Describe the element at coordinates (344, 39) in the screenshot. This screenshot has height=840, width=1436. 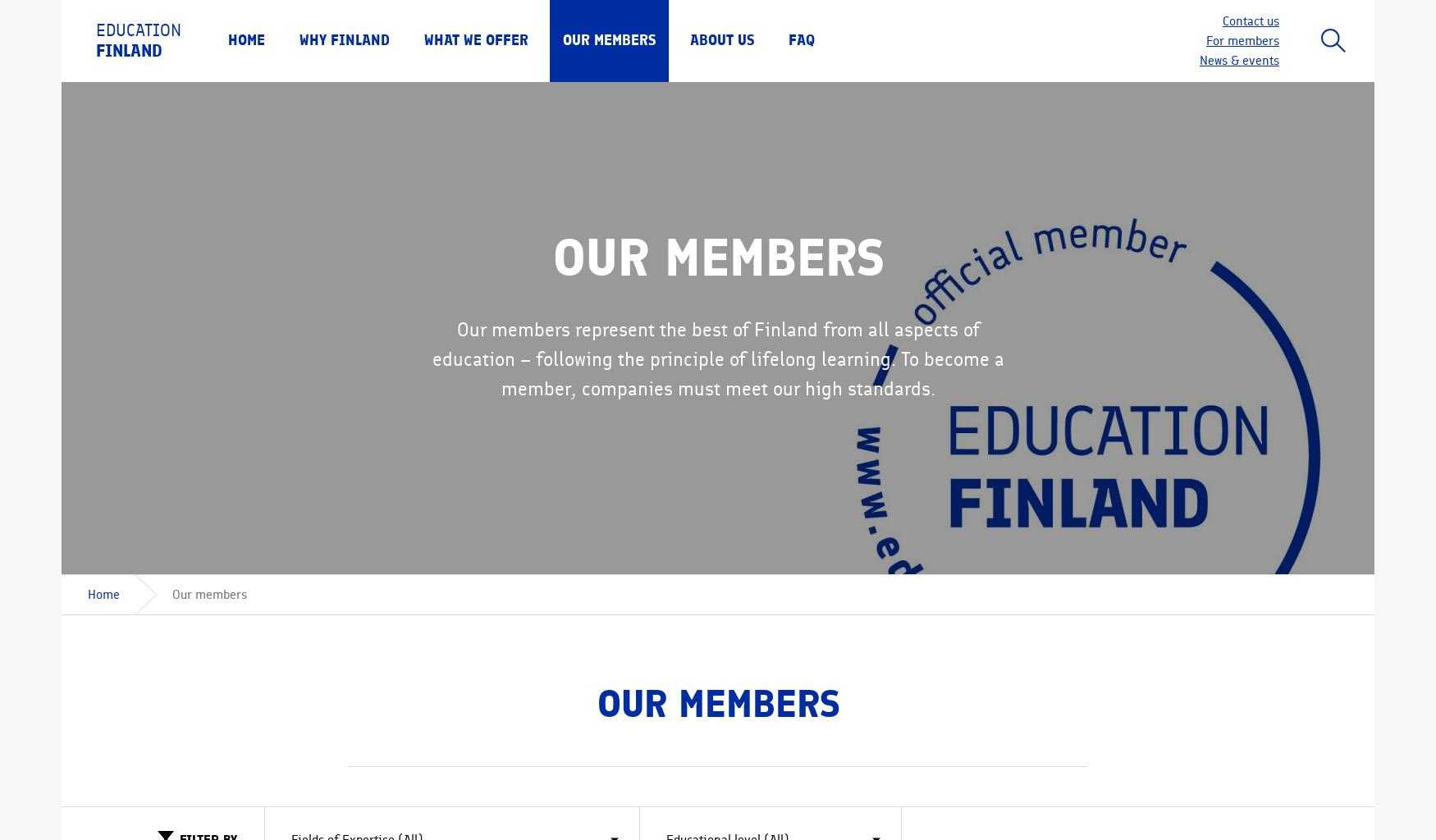
I see `'Why Finland'` at that location.